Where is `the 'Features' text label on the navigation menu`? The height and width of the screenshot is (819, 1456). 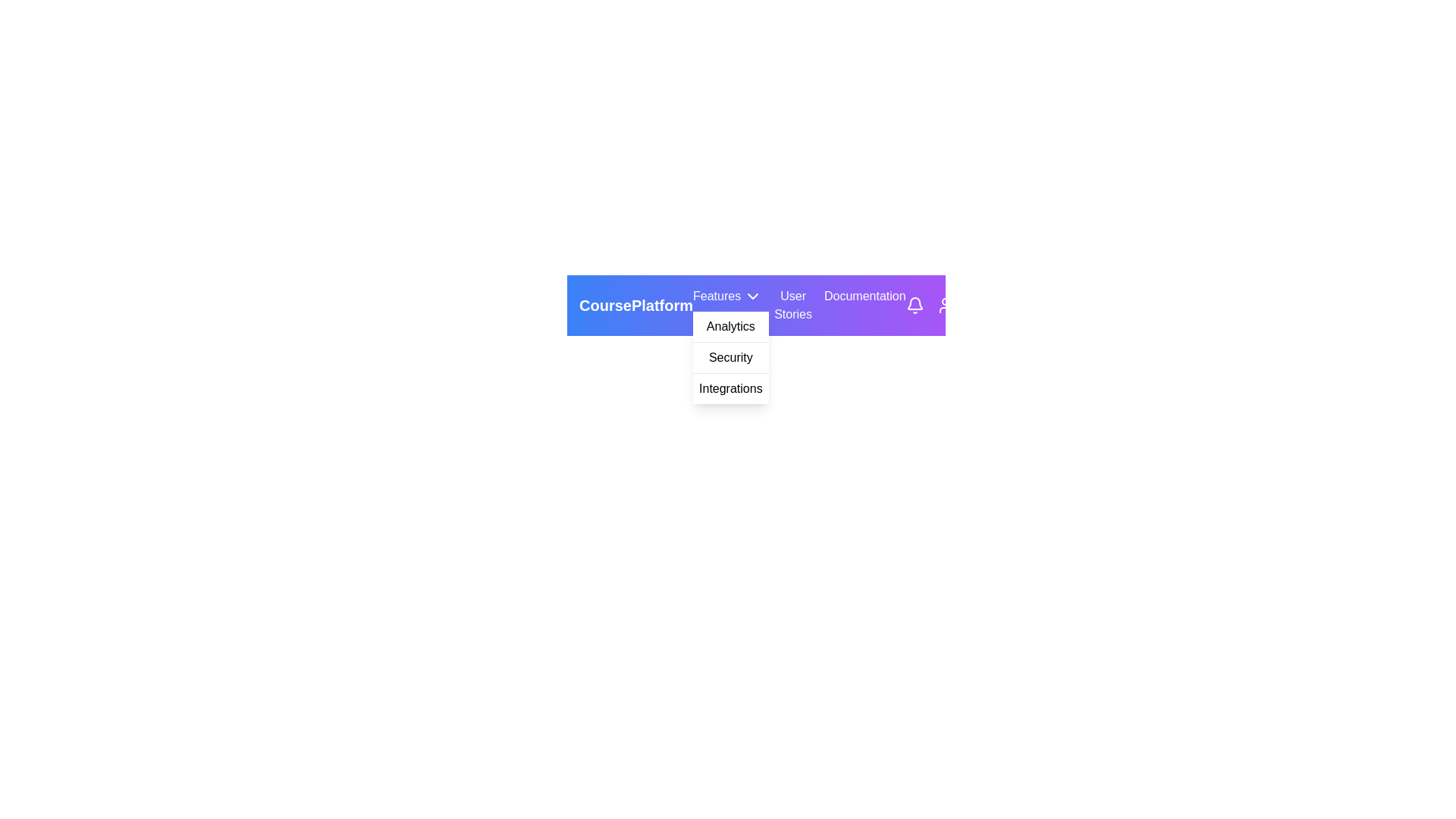 the 'Features' text label on the navigation menu is located at coordinates (716, 296).